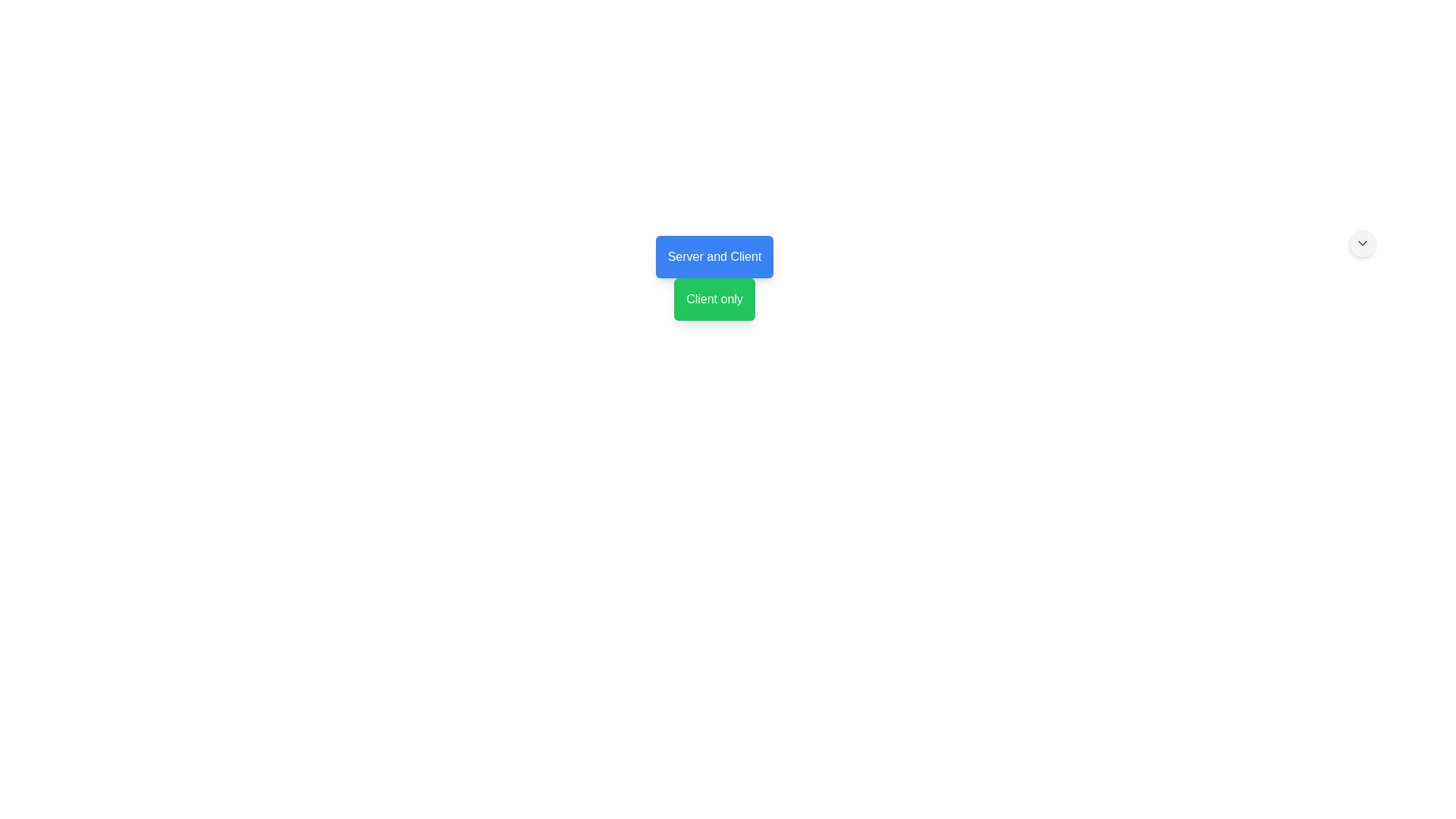 This screenshot has width=1456, height=819. I want to click on the 'Client only' button, which is a rectangular button with a green background and white text, located centrally below the 'Server and Client' button, so click(714, 299).